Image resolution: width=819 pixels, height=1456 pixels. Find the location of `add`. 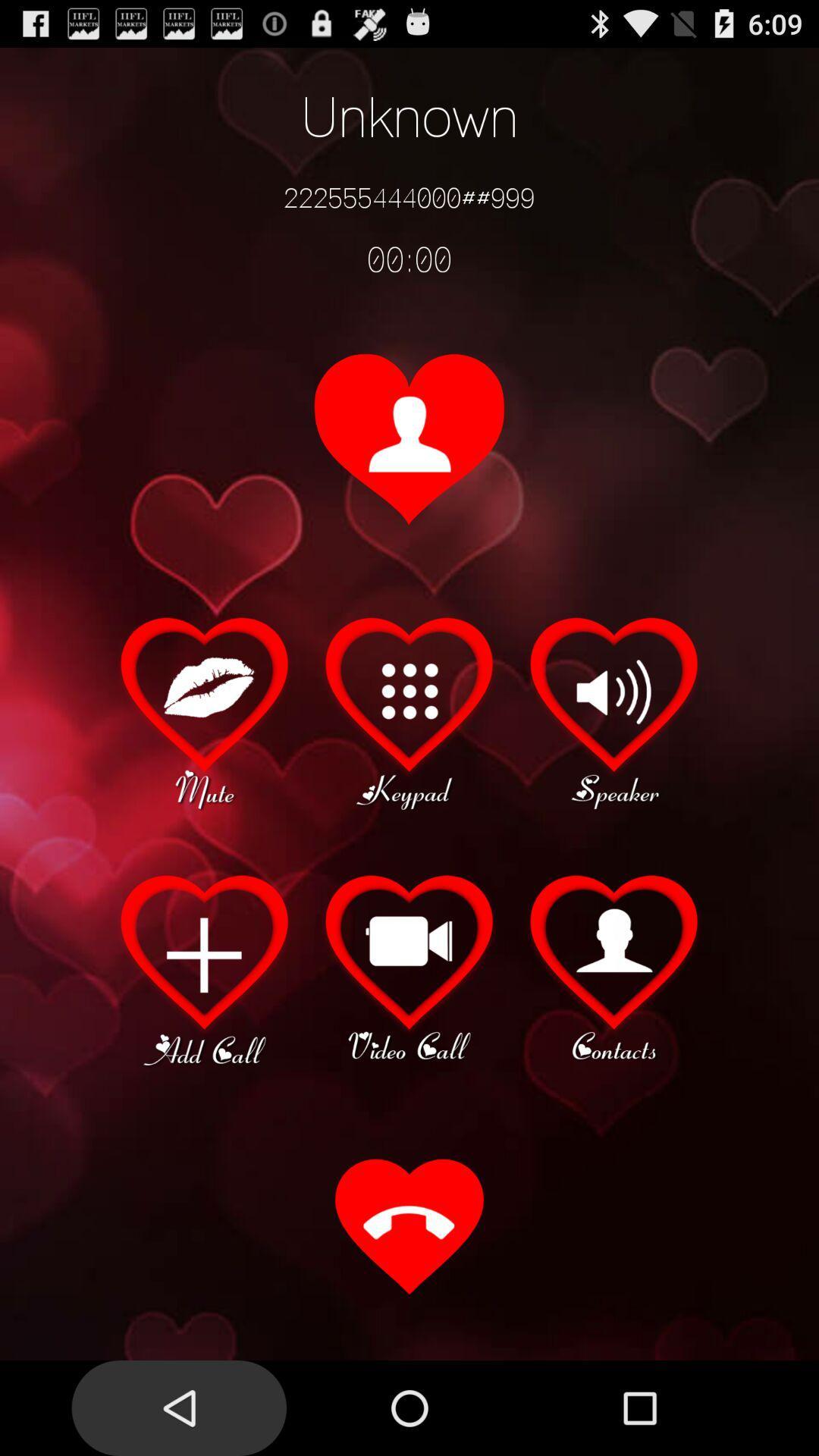

add is located at coordinates (205, 968).